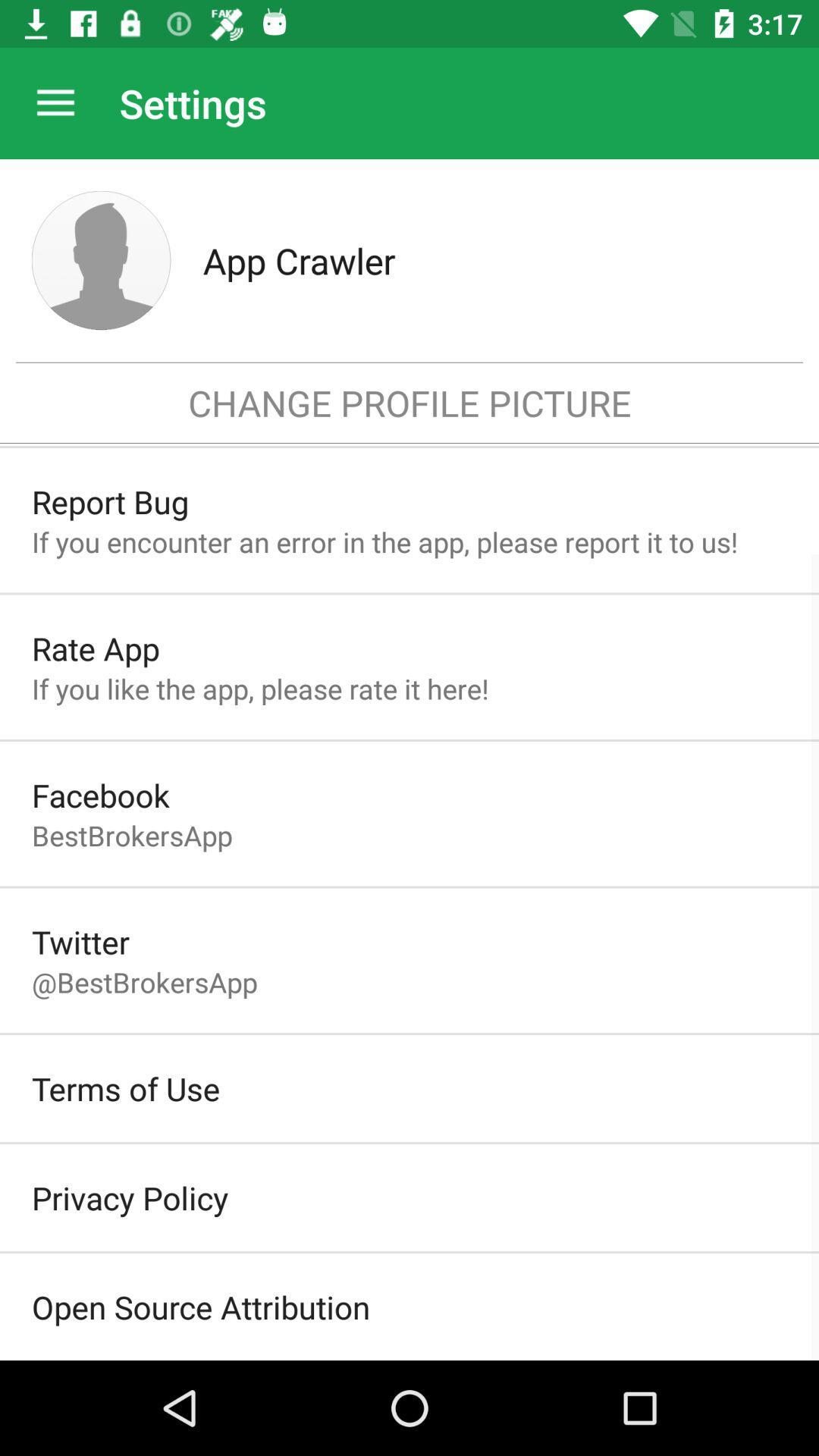  I want to click on the item next to app crawler, so click(101, 260).